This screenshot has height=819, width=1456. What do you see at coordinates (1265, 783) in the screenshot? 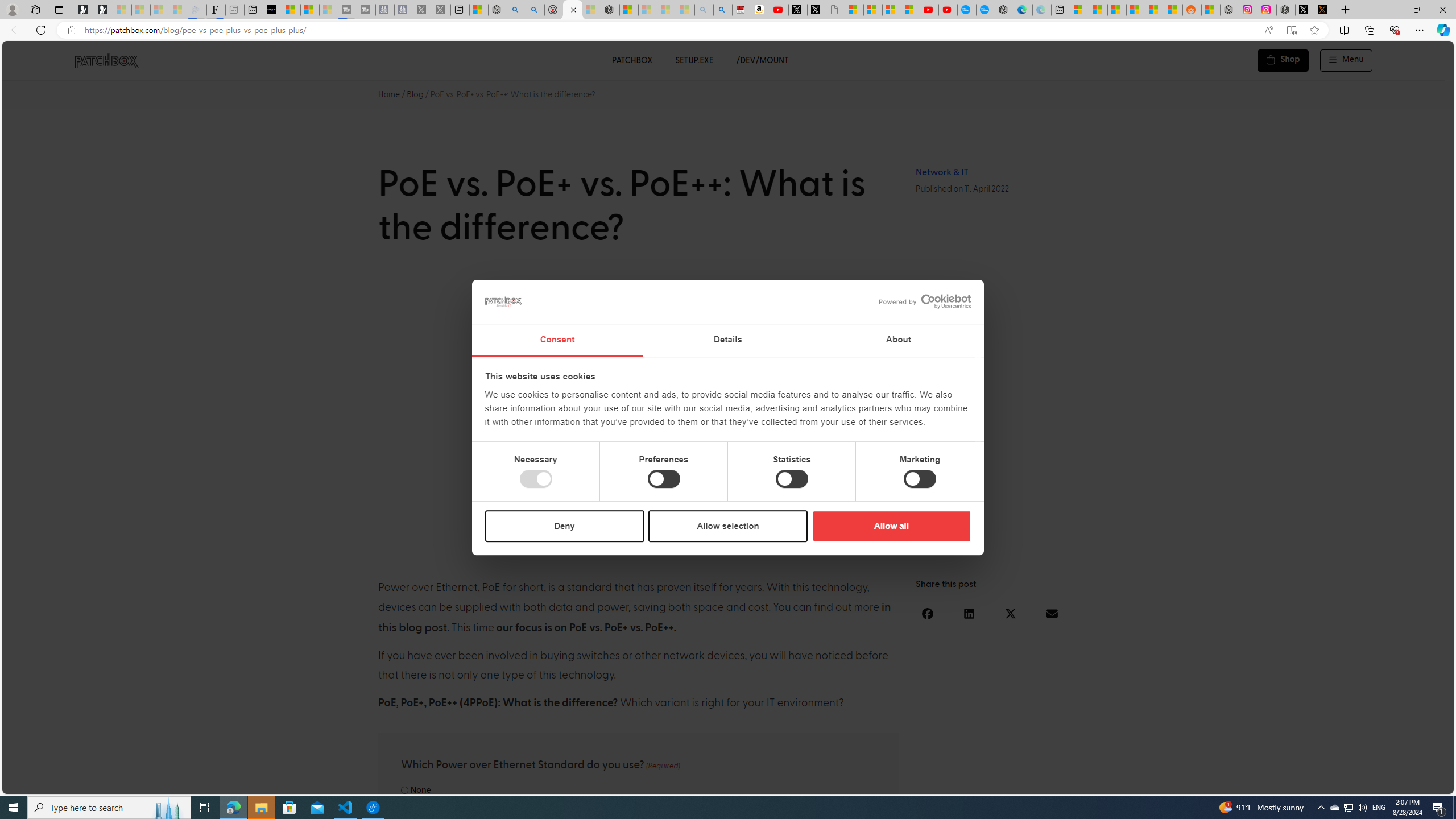
I see `'Language switcher : Italian'` at bounding box center [1265, 783].